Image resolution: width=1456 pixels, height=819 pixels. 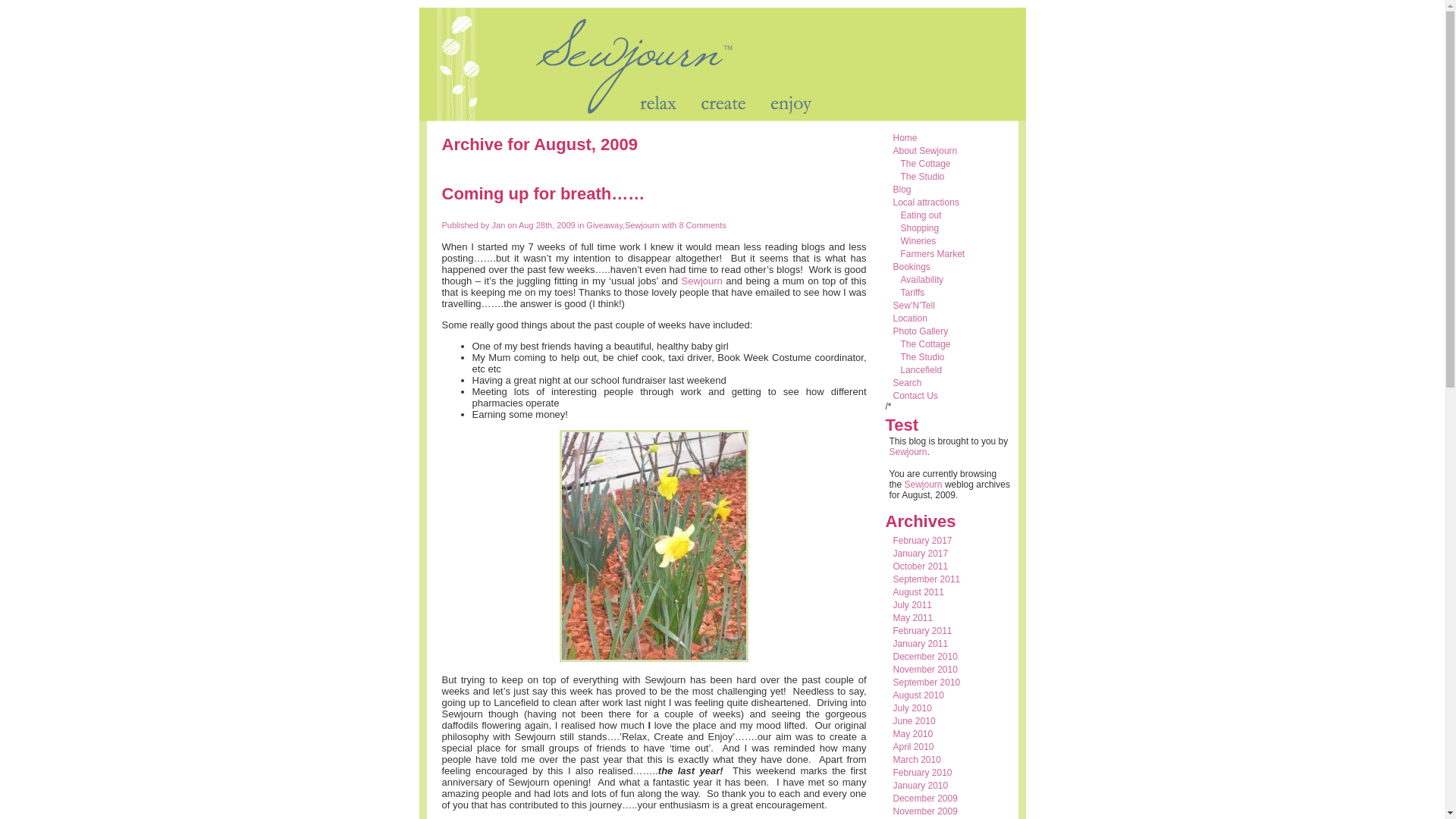 What do you see at coordinates (920, 330) in the screenshot?
I see `'Photo Gallery'` at bounding box center [920, 330].